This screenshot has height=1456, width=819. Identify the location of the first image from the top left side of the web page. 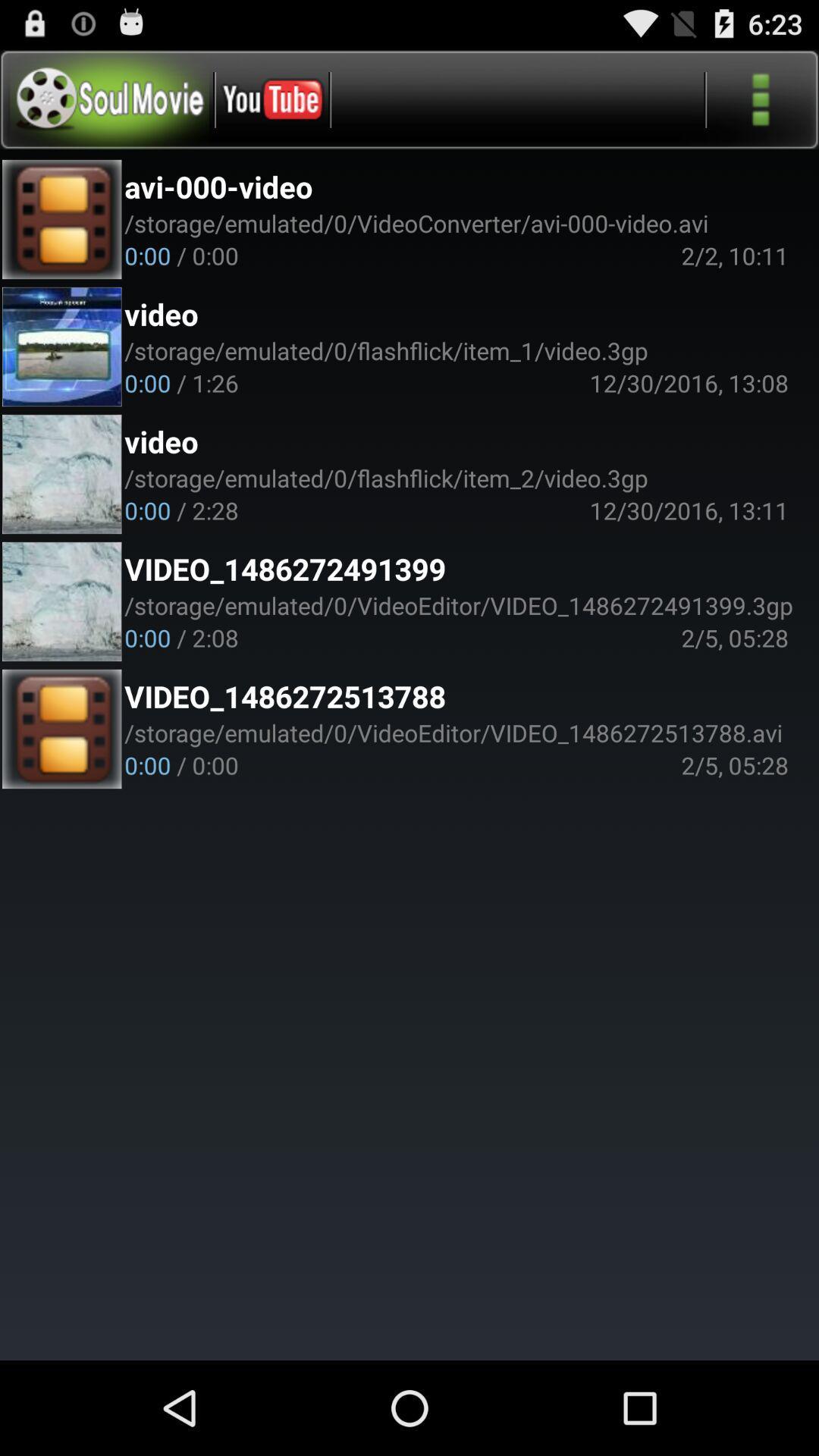
(61, 218).